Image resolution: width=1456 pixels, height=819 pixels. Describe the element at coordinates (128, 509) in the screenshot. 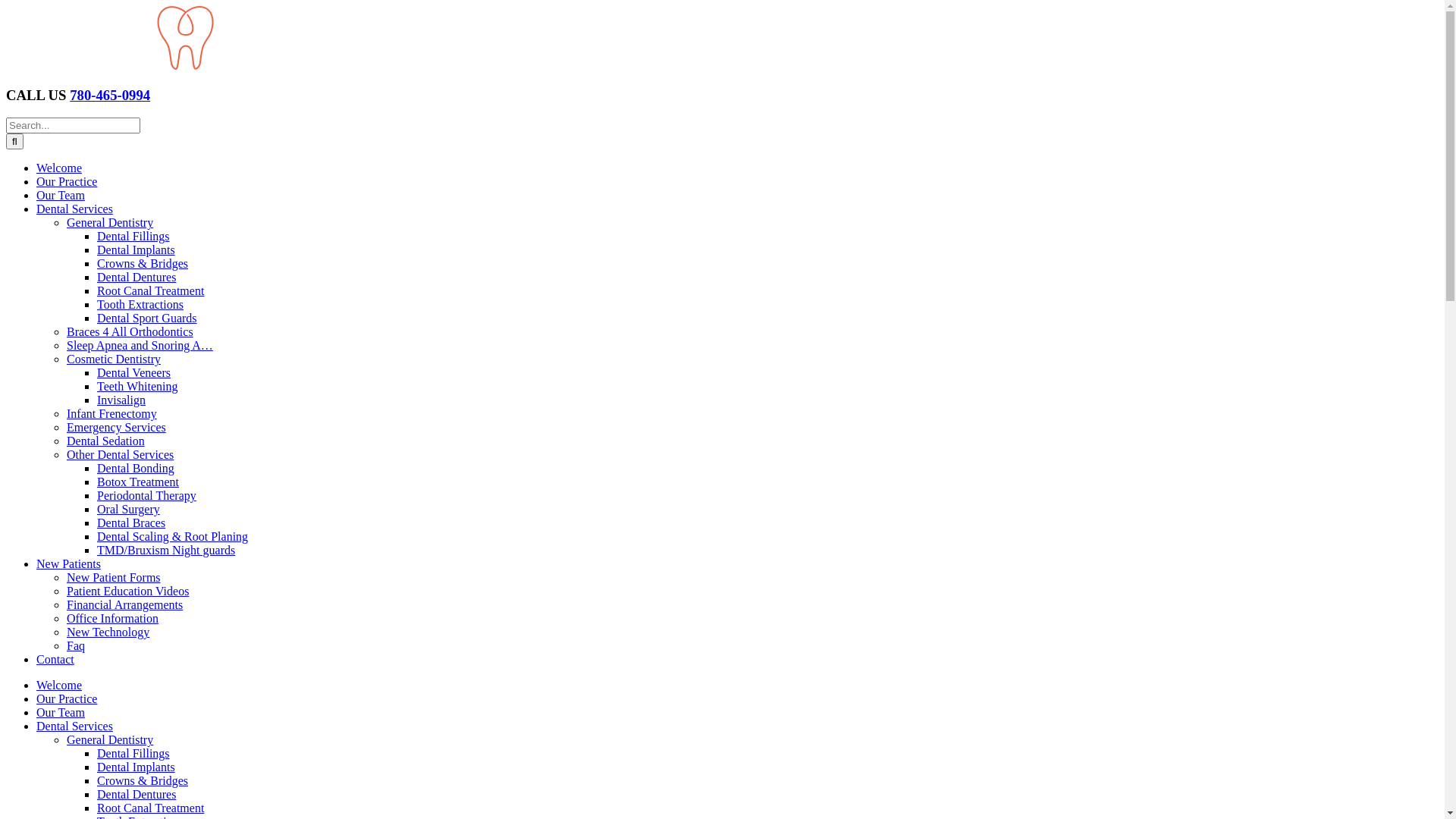

I see `'Oral Surgery'` at that location.